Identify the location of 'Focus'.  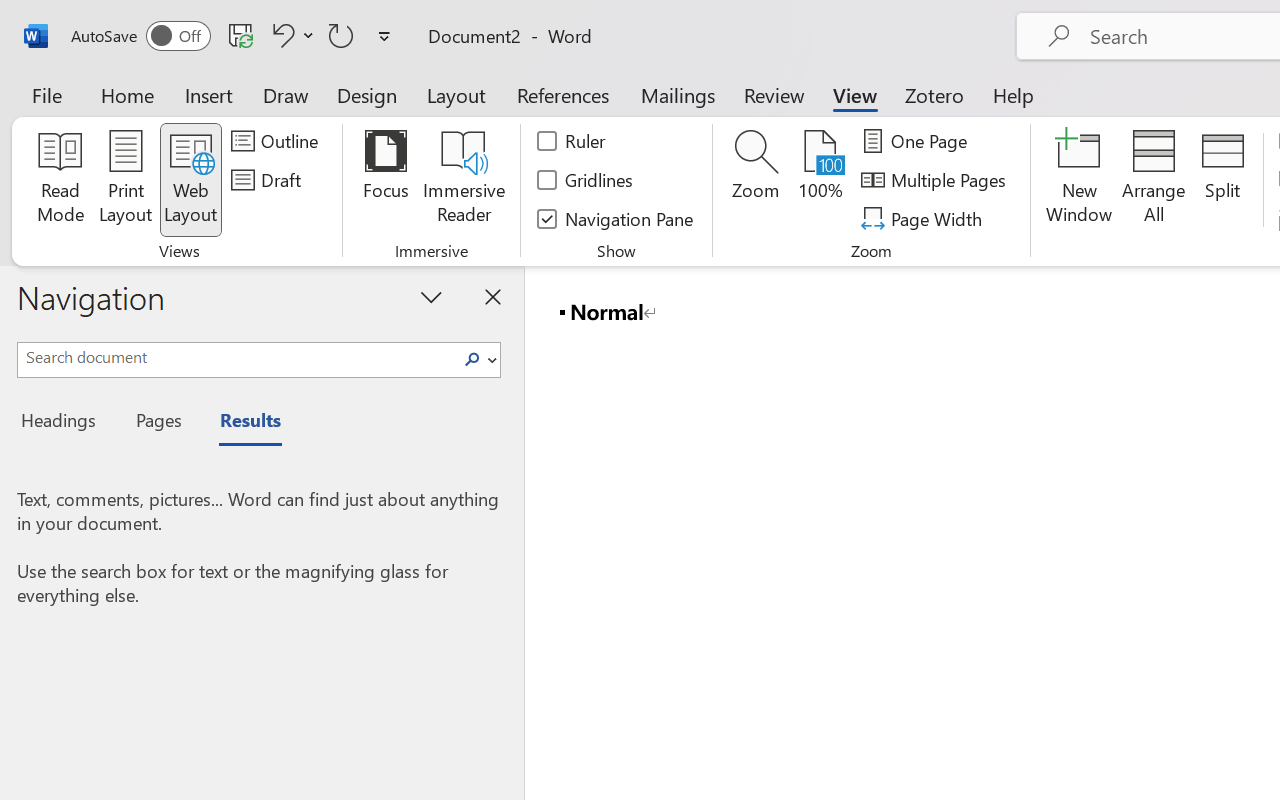
(385, 179).